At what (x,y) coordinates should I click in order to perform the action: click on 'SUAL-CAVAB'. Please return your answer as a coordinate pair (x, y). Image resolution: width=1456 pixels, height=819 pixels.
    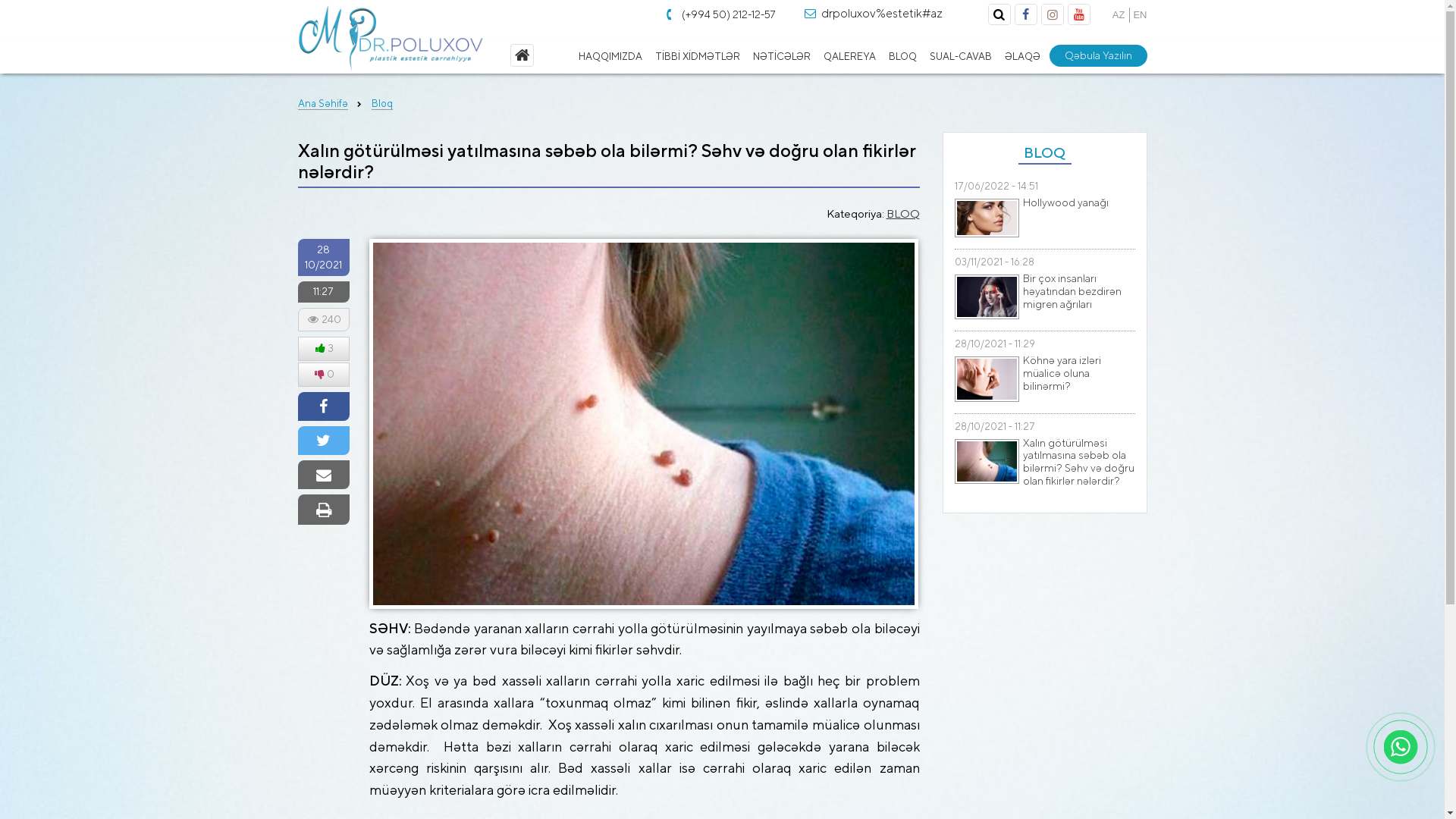
    Looking at the image, I should click on (959, 55).